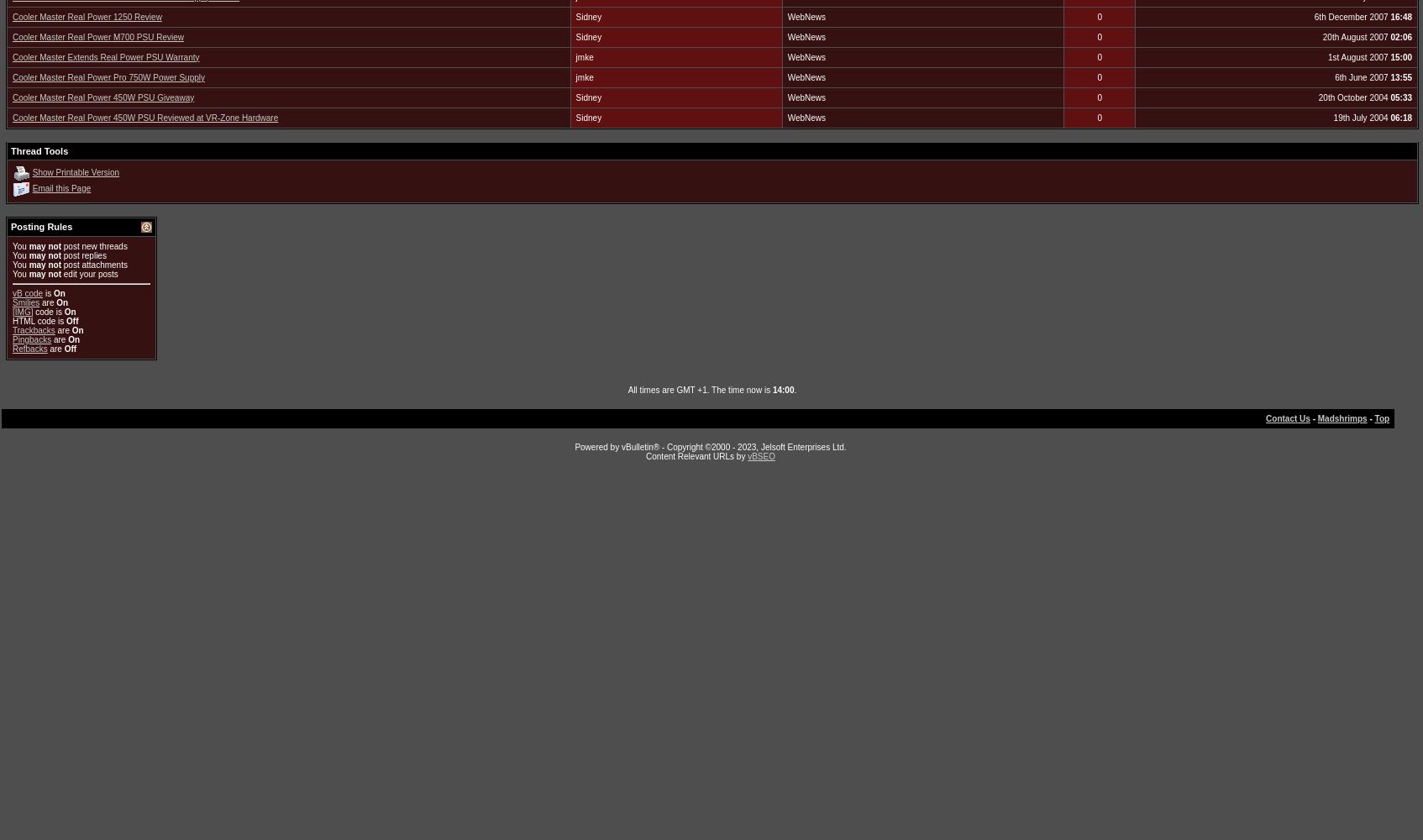  Describe the element at coordinates (627, 388) in the screenshot. I see `'All times are GMT +1. The time now is'` at that location.